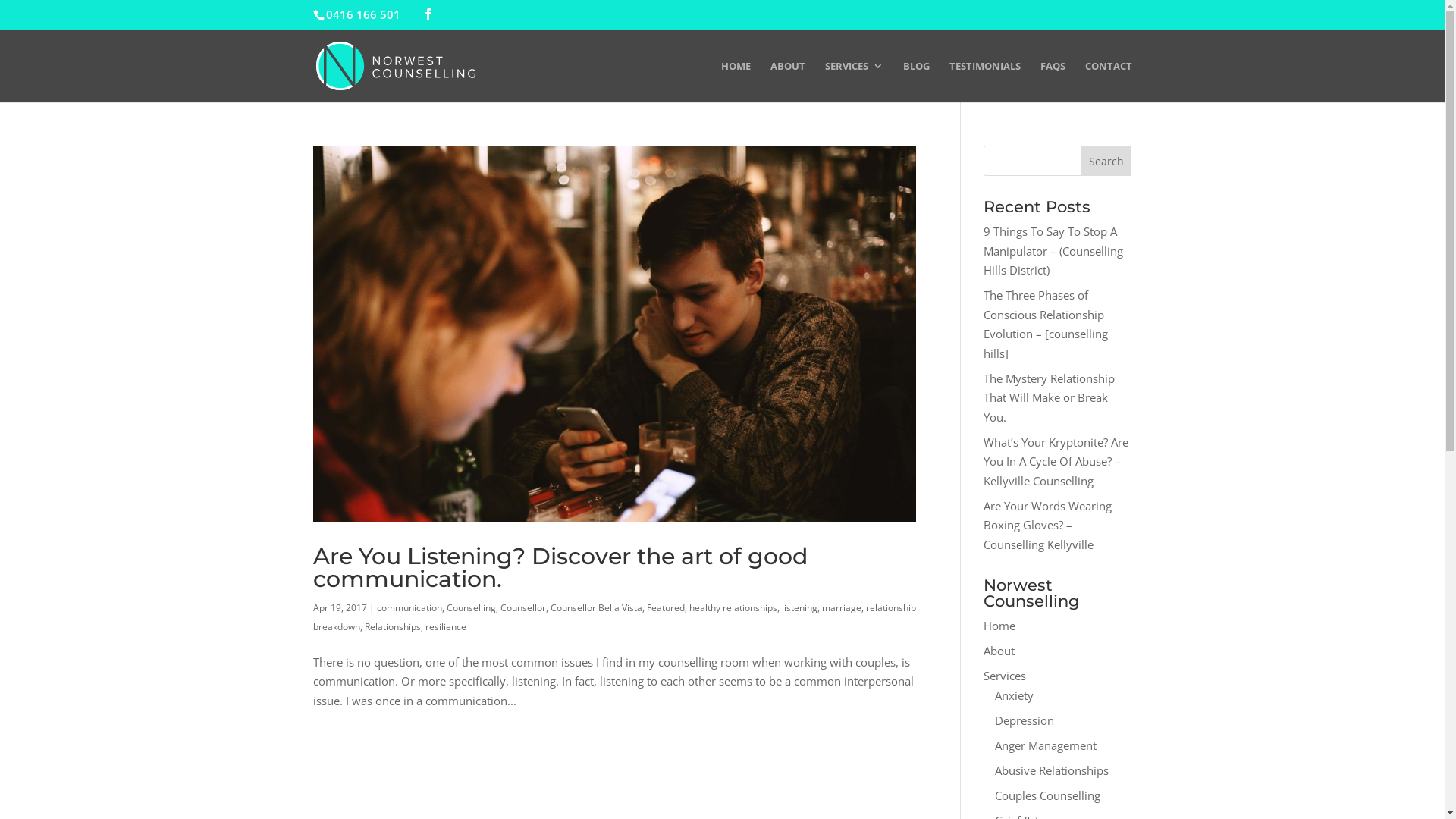  Describe the element at coordinates (999, 626) in the screenshot. I see `'Home'` at that location.